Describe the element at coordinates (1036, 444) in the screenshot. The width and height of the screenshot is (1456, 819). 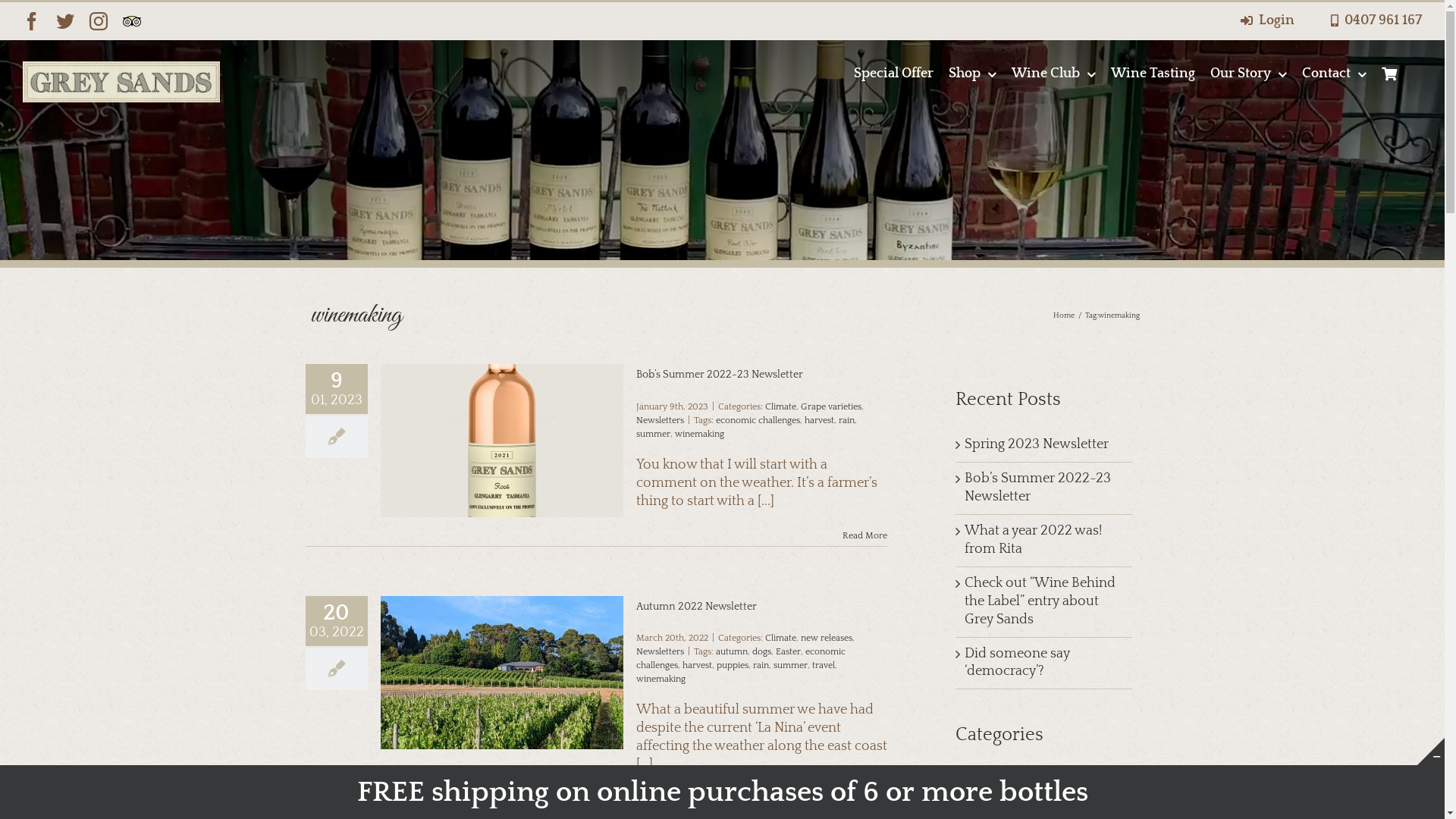
I see `'Spring 2023 Newsletter'` at that location.